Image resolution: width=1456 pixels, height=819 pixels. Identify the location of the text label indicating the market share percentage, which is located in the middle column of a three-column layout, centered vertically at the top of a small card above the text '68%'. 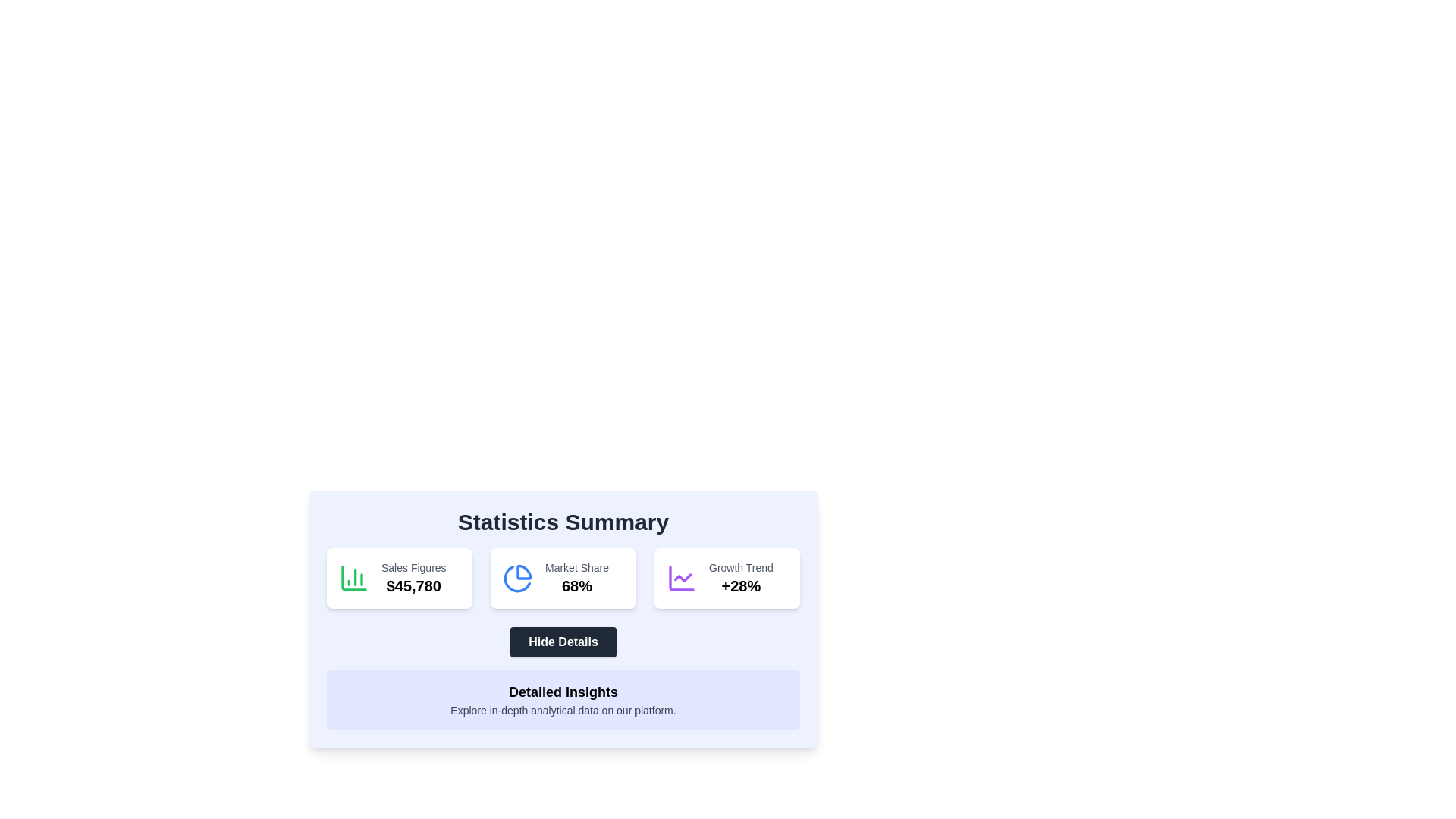
(576, 567).